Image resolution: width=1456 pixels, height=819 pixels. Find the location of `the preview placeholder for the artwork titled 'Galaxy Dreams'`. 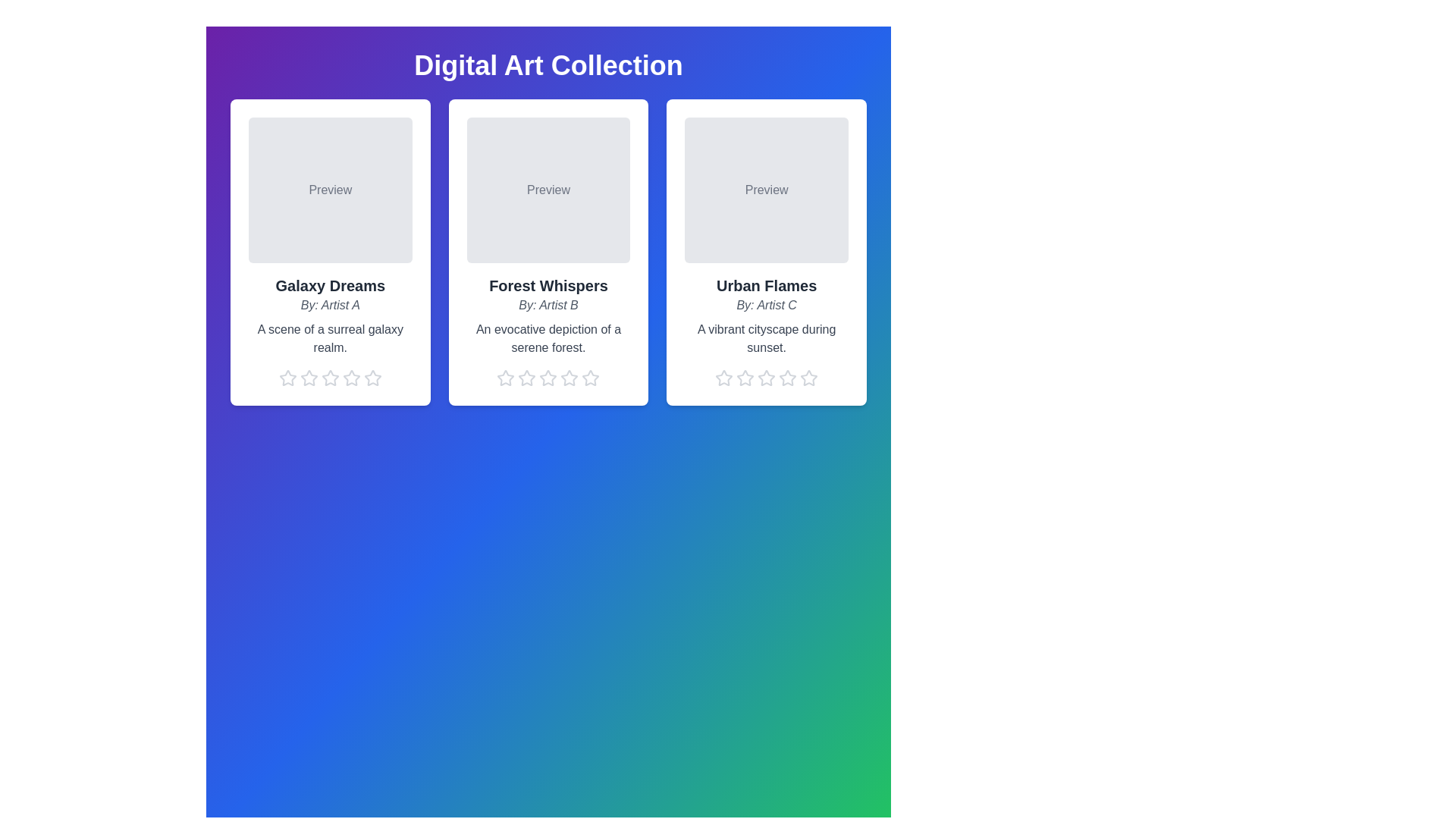

the preview placeholder for the artwork titled 'Galaxy Dreams' is located at coordinates (329, 189).